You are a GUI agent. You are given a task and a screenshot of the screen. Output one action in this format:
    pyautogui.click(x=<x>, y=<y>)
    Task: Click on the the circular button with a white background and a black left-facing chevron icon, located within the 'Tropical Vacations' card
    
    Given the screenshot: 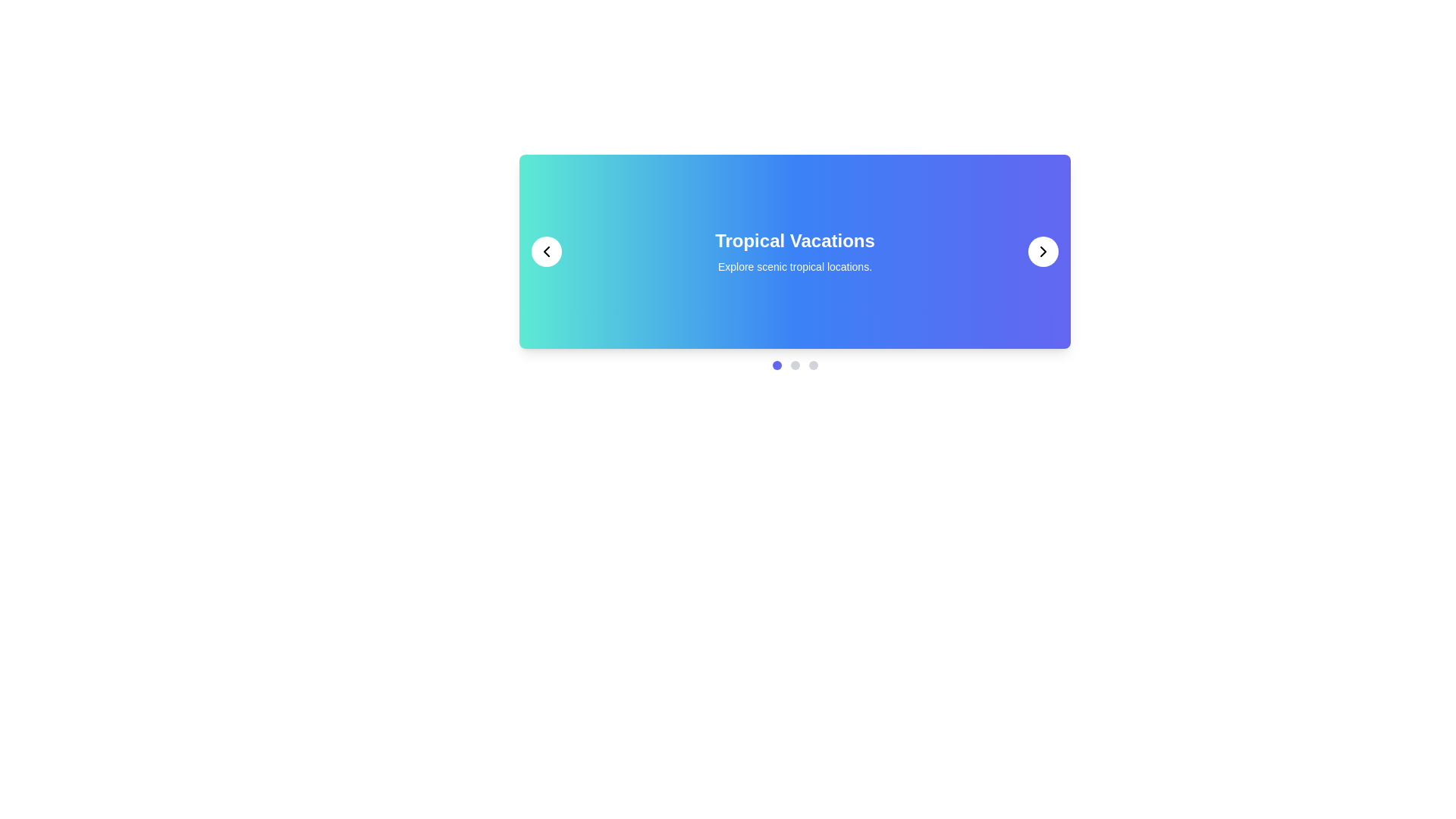 What is the action you would take?
    pyautogui.click(x=546, y=250)
    